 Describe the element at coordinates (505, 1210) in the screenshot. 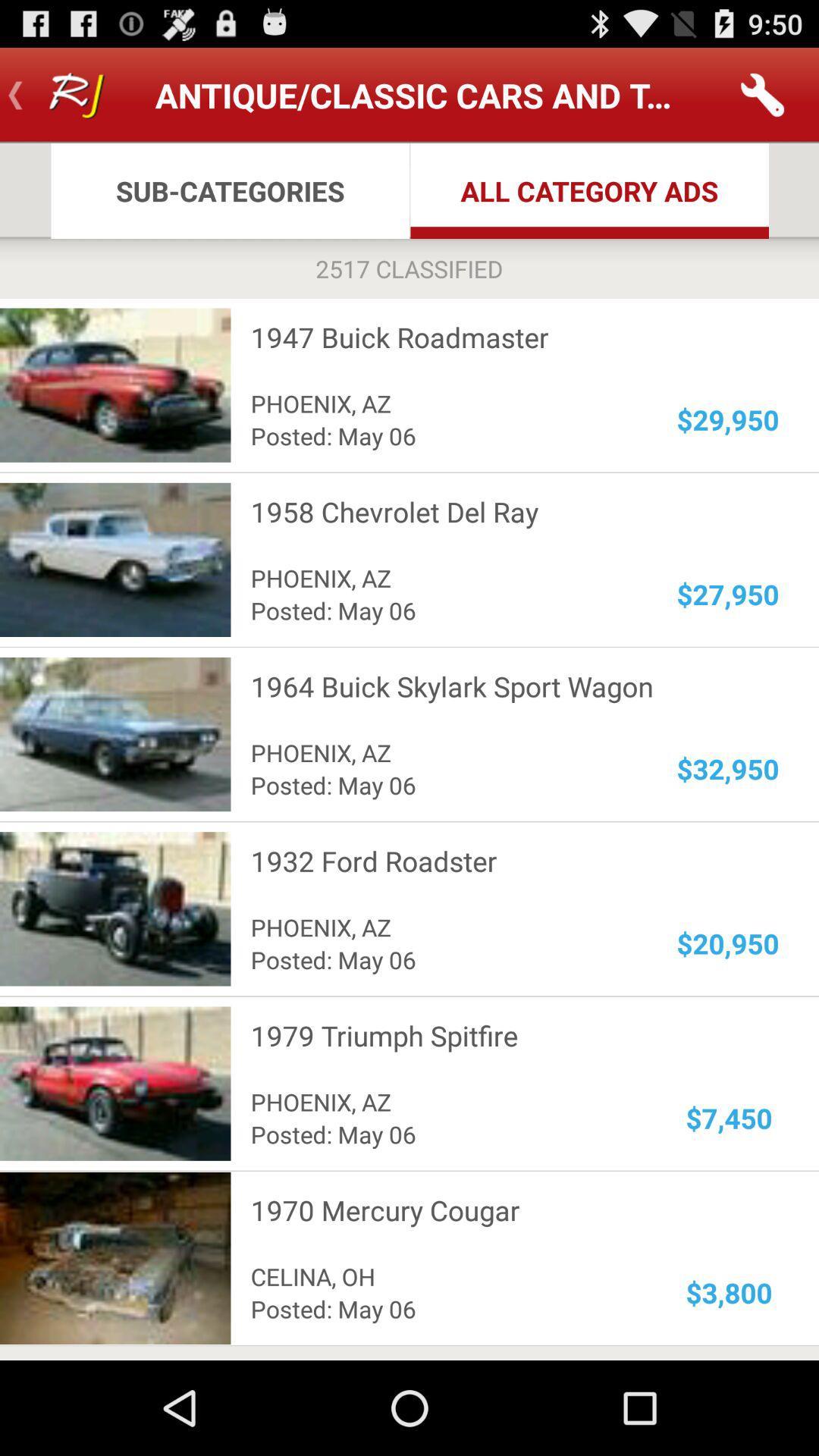

I see `1970 mercury cougar item` at that location.